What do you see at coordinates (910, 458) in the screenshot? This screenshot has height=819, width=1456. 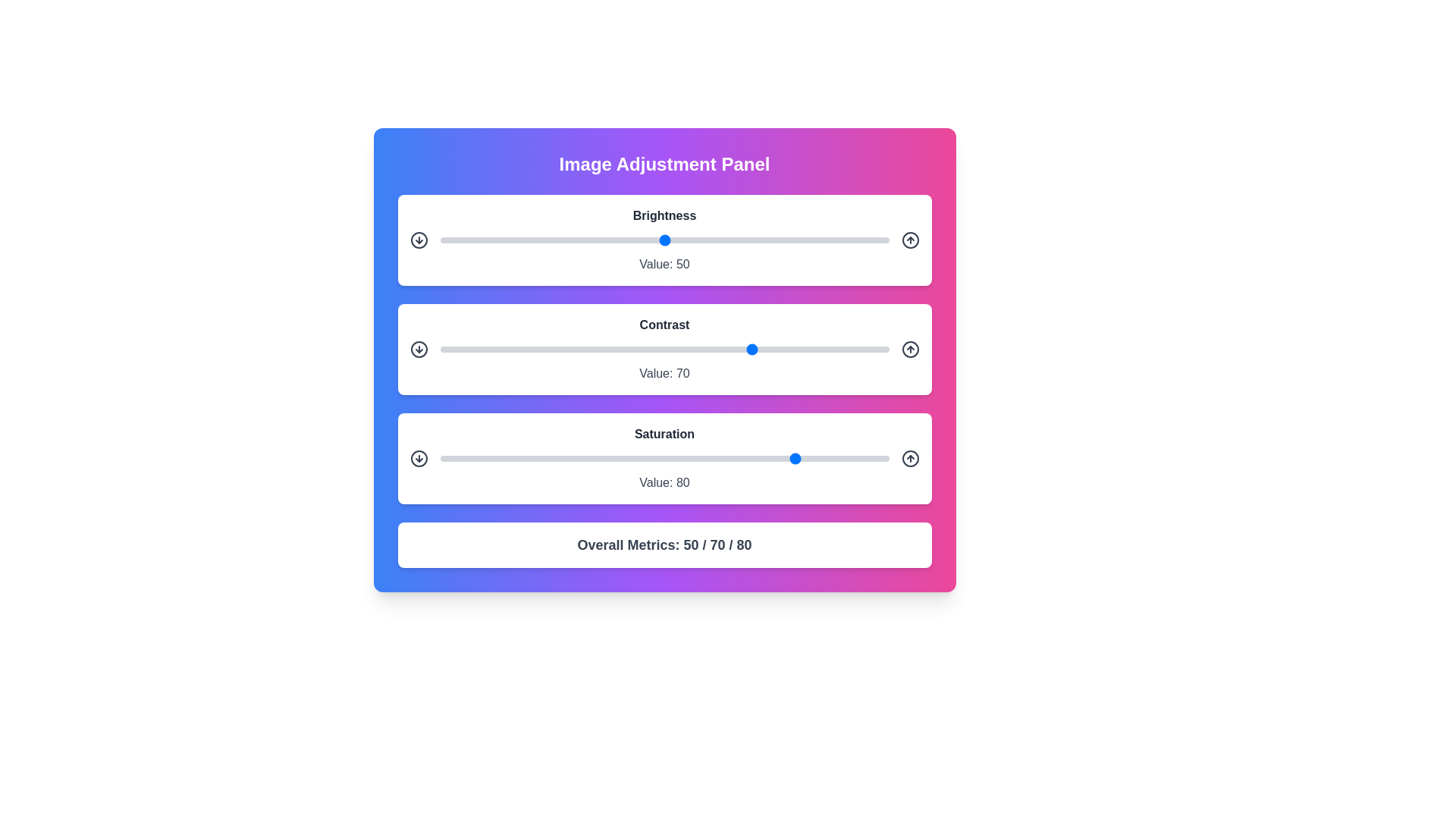 I see `the circular button with an upward-pointing arrow located in the 'Saturation' section, adjacent to the numeric value display` at bounding box center [910, 458].